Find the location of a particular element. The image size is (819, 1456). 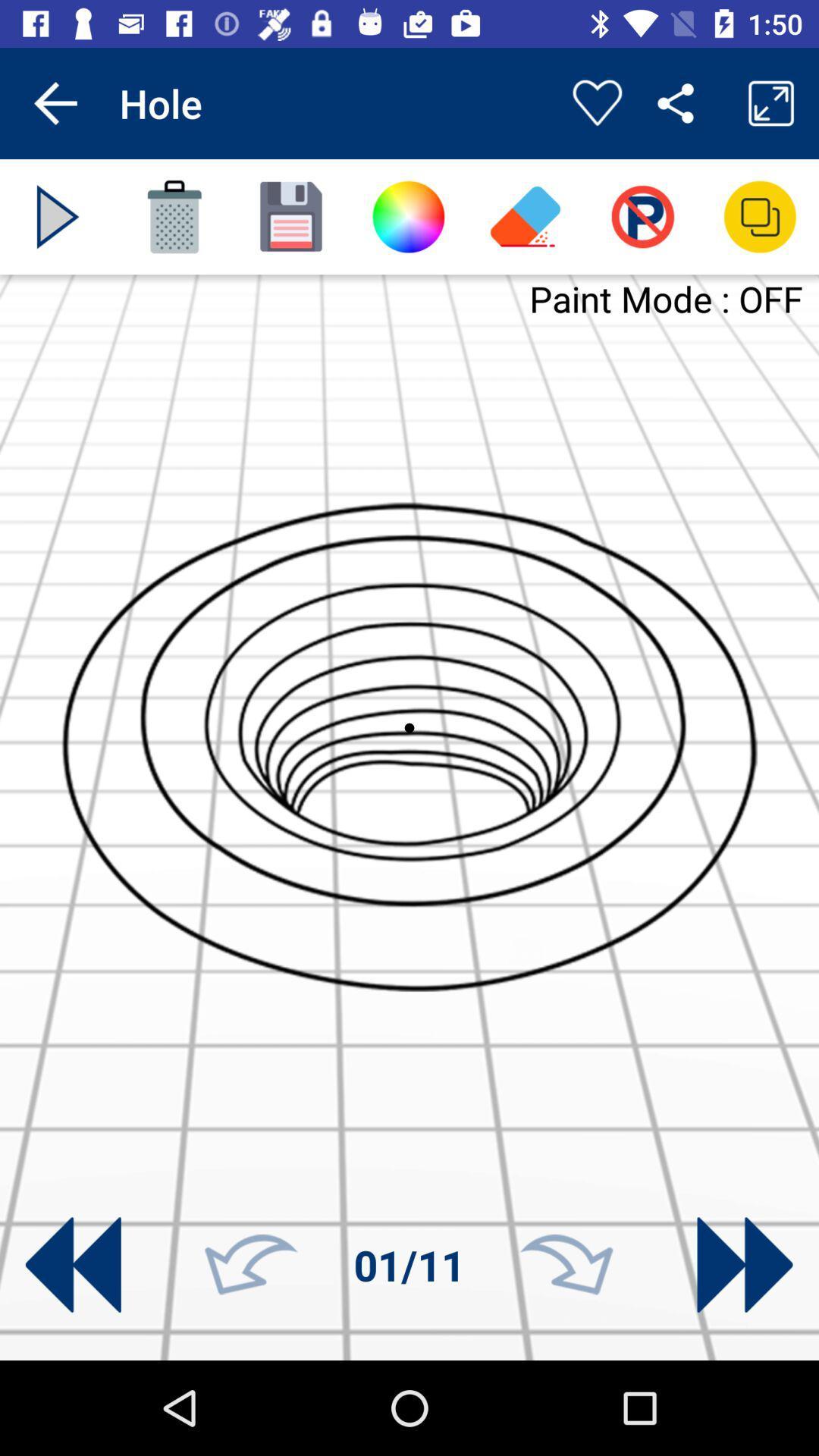

next arrow is located at coordinates (744, 1265).